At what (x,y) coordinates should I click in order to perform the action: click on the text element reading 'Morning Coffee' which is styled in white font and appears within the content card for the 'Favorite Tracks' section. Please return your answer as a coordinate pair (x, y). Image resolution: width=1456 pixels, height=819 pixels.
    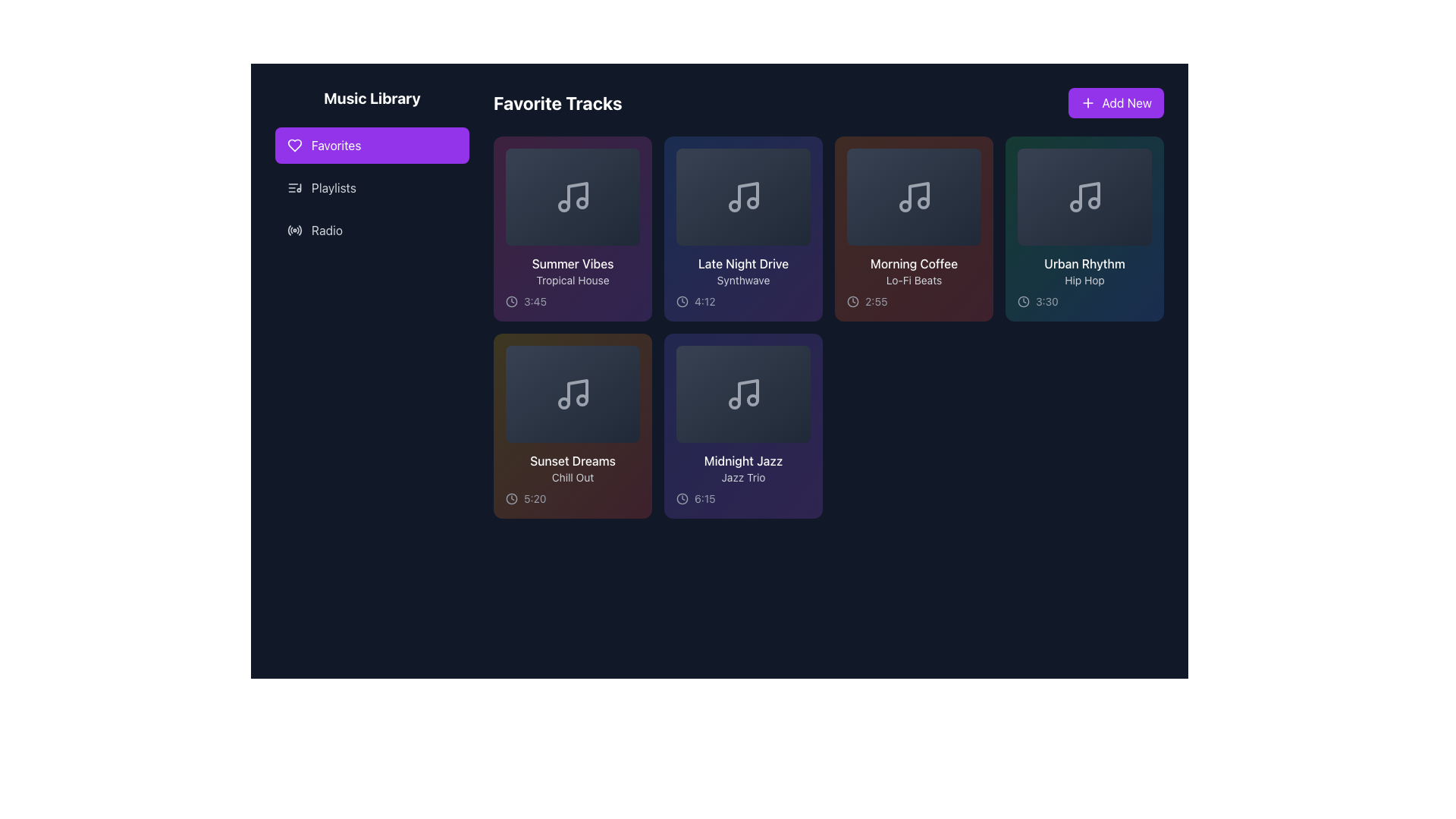
    Looking at the image, I should click on (913, 262).